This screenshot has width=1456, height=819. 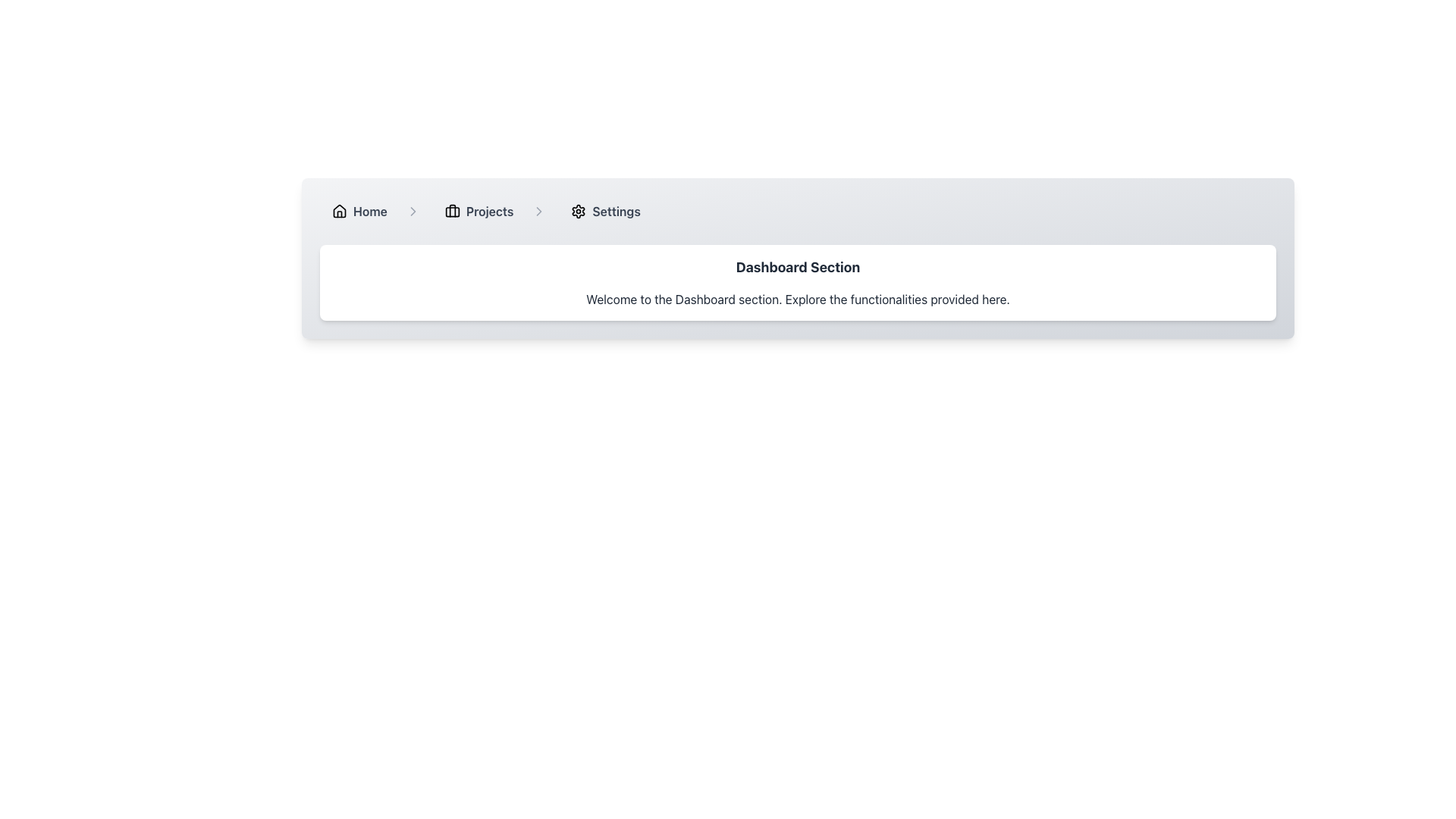 I want to click on the 'Projects' breadcrumb link located centrally in the breadcrumb navigation bar, positioned between 'Home' and 'Settings', so click(x=490, y=211).